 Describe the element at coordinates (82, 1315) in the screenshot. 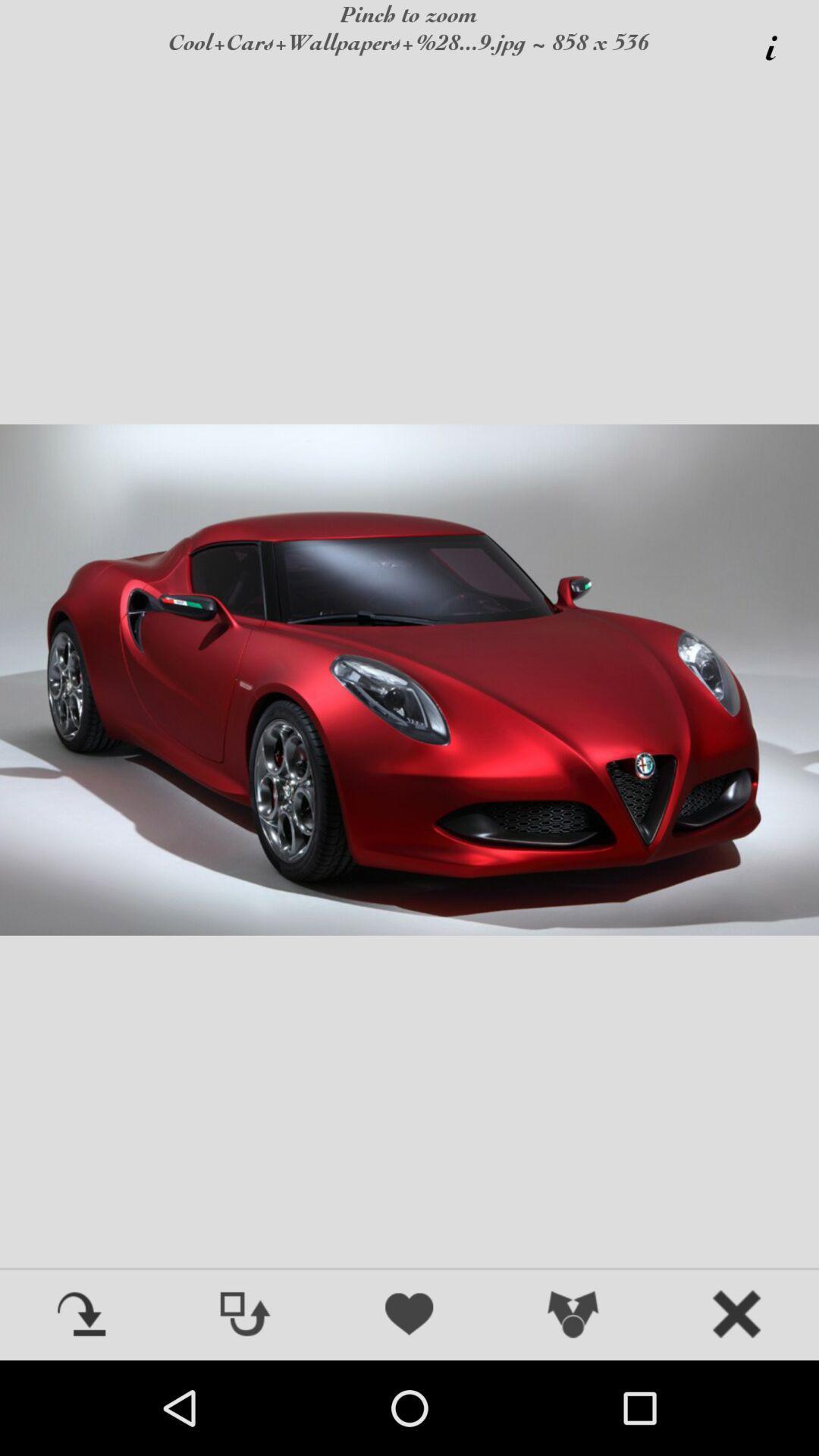

I see `download picture` at that location.